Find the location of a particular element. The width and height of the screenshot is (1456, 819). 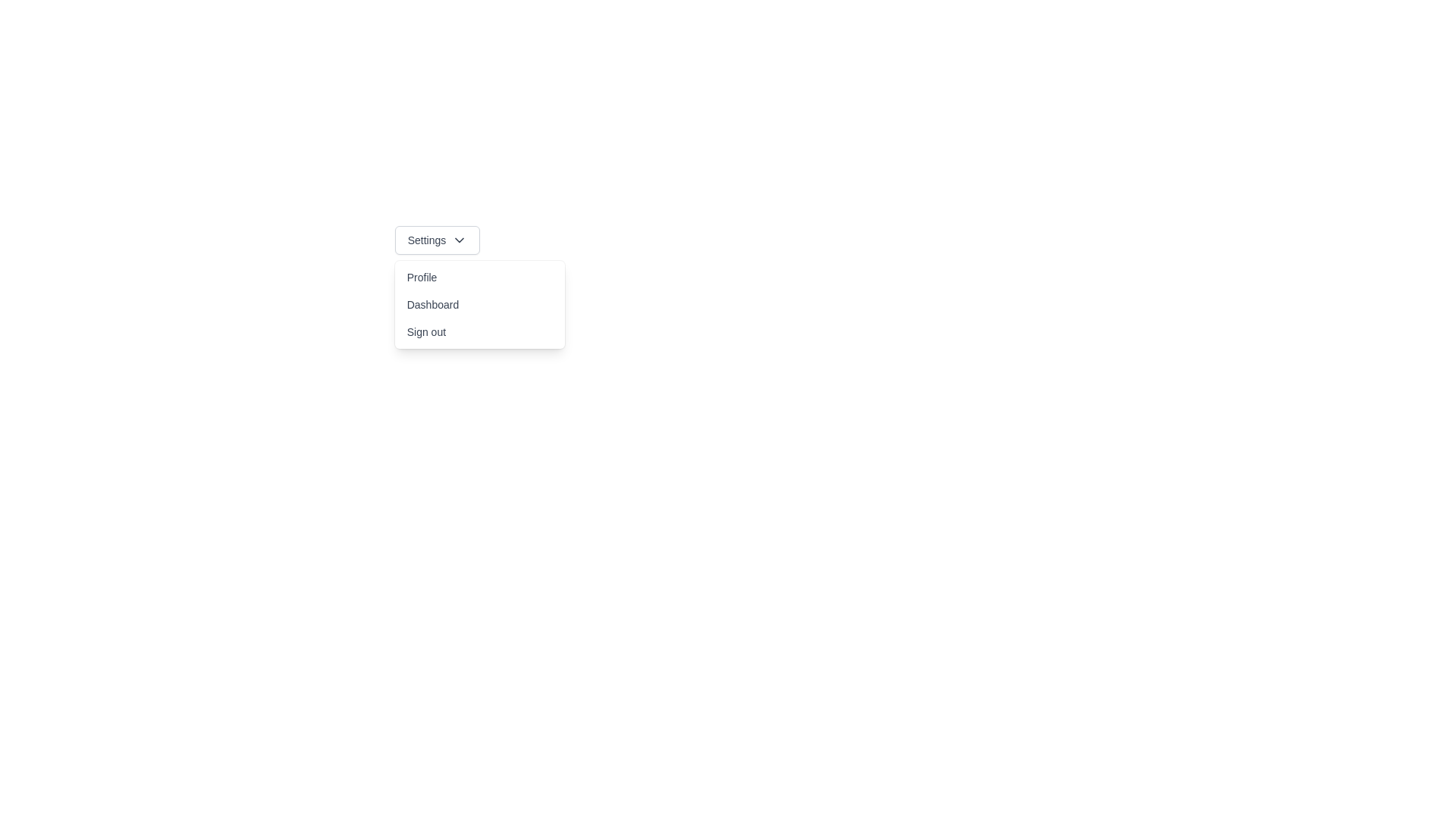

the 'Sign out' dropdown menu item, which is the last item in the dropdown menu under the 'Settings' button is located at coordinates (479, 331).